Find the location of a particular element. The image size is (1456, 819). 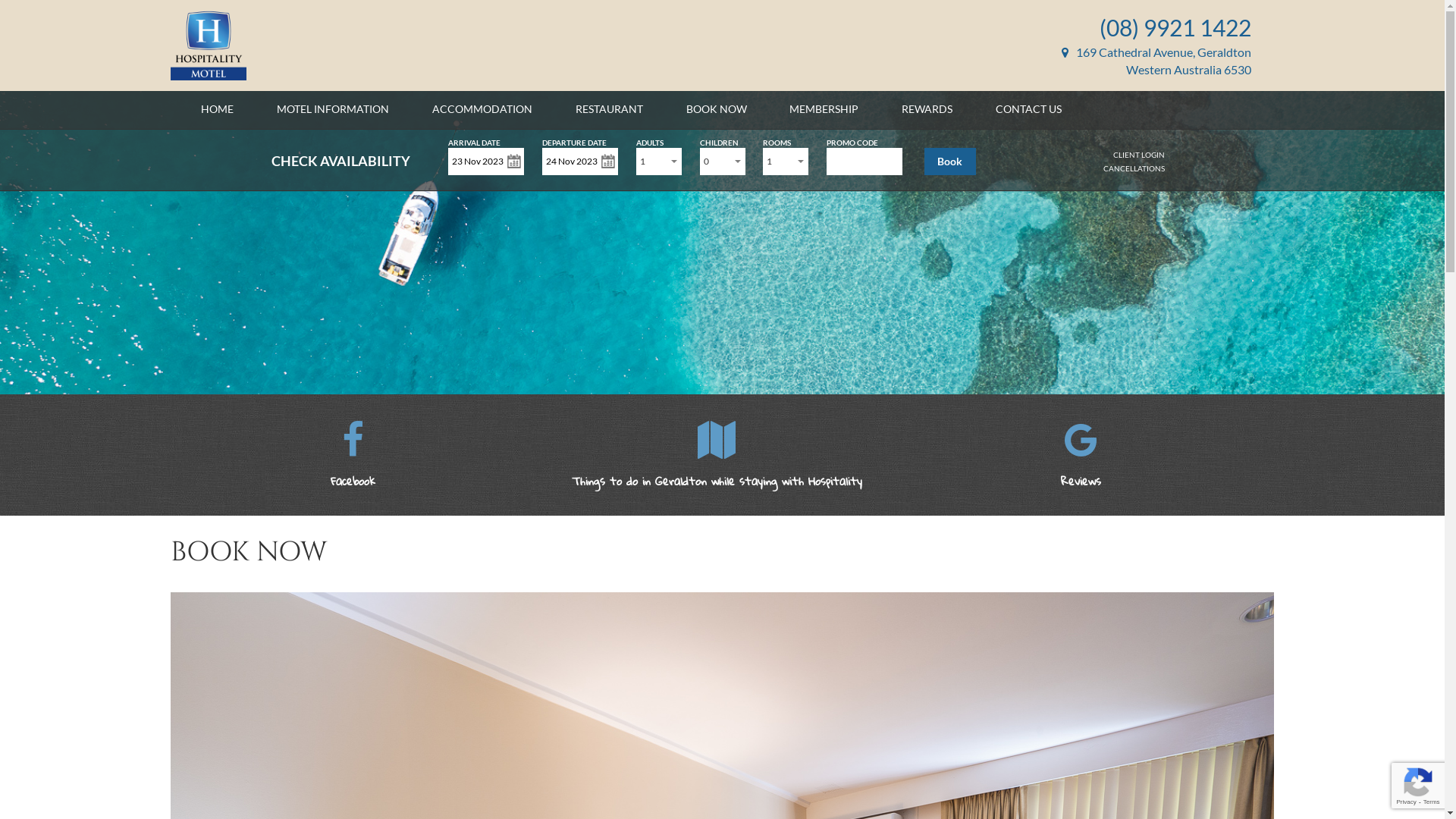

'(08) 9921 1422' is located at coordinates (1175, 27).